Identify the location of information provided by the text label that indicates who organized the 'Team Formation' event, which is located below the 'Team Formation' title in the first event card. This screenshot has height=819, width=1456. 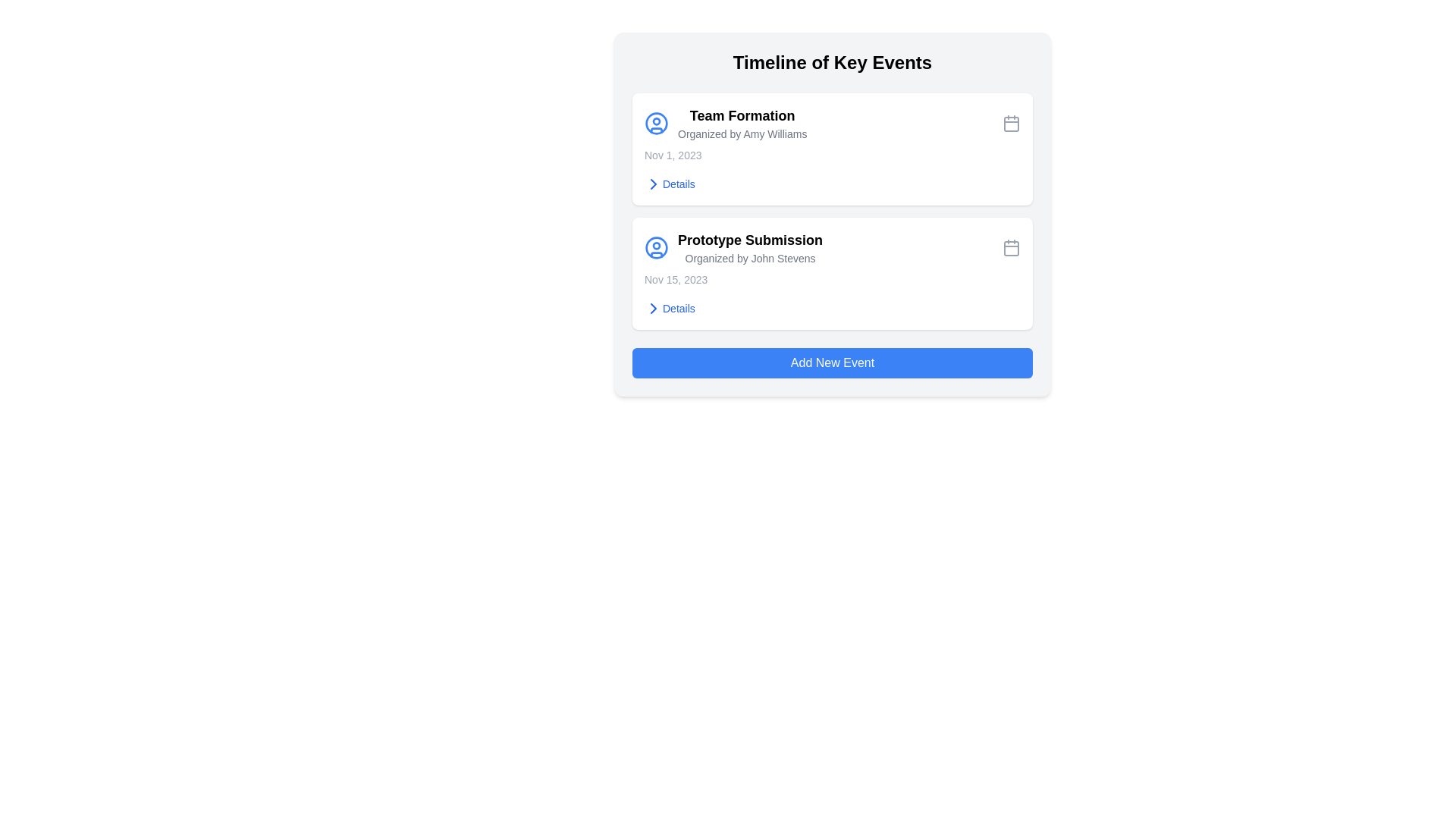
(742, 133).